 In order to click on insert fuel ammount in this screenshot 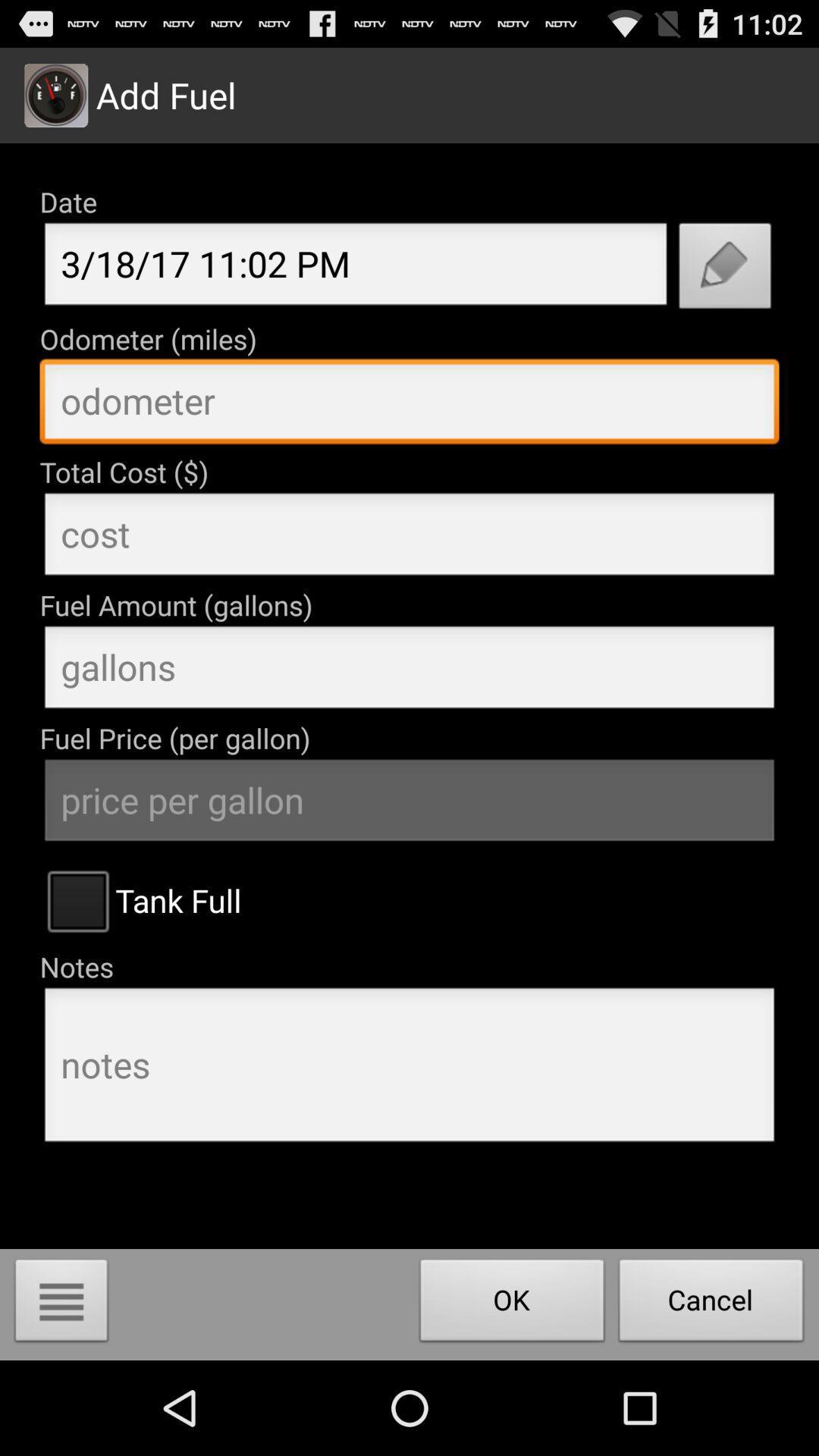, I will do `click(409, 670)`.